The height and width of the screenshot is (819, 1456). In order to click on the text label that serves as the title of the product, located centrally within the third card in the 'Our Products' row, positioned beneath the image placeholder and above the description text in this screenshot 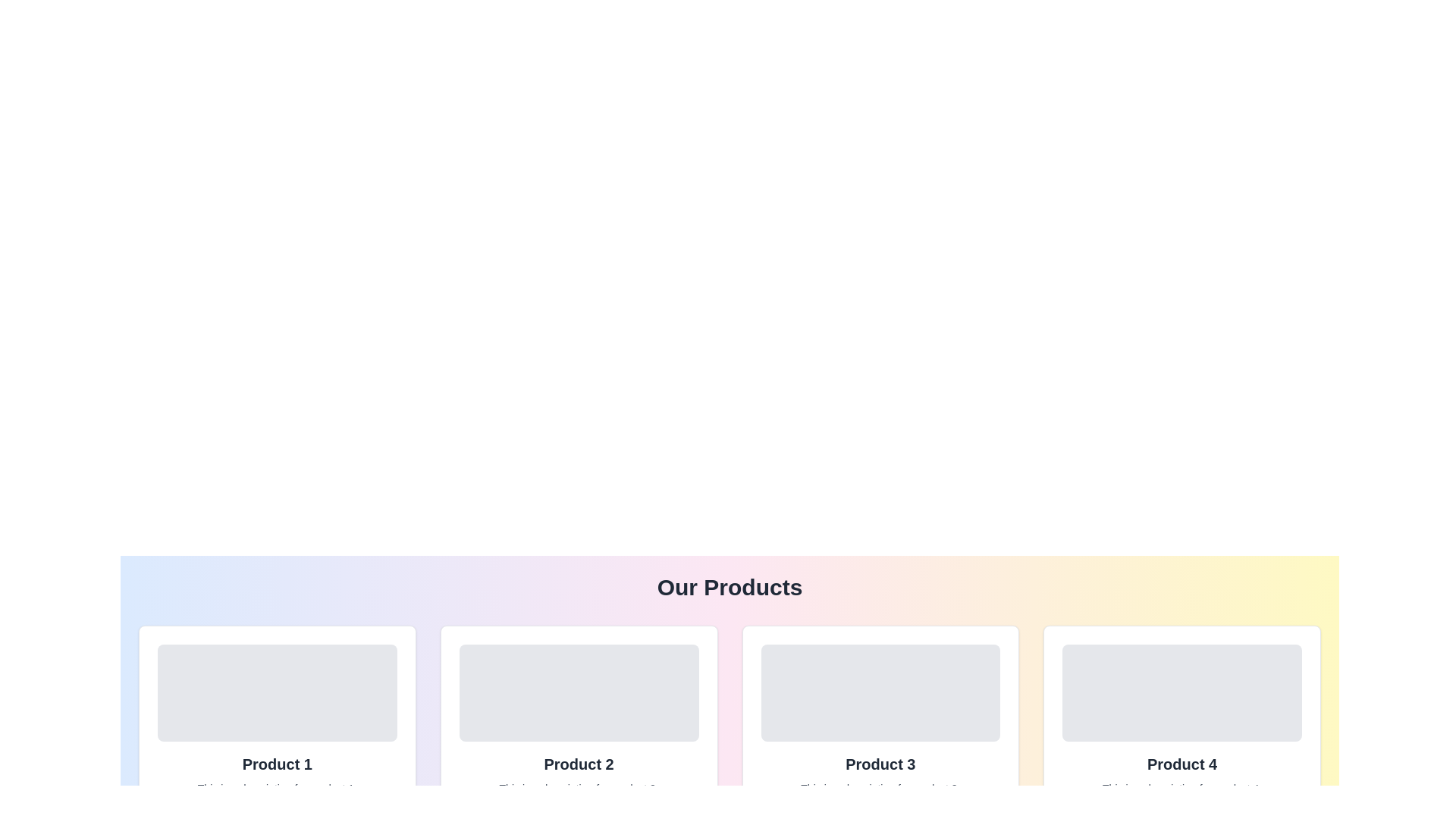, I will do `click(880, 764)`.